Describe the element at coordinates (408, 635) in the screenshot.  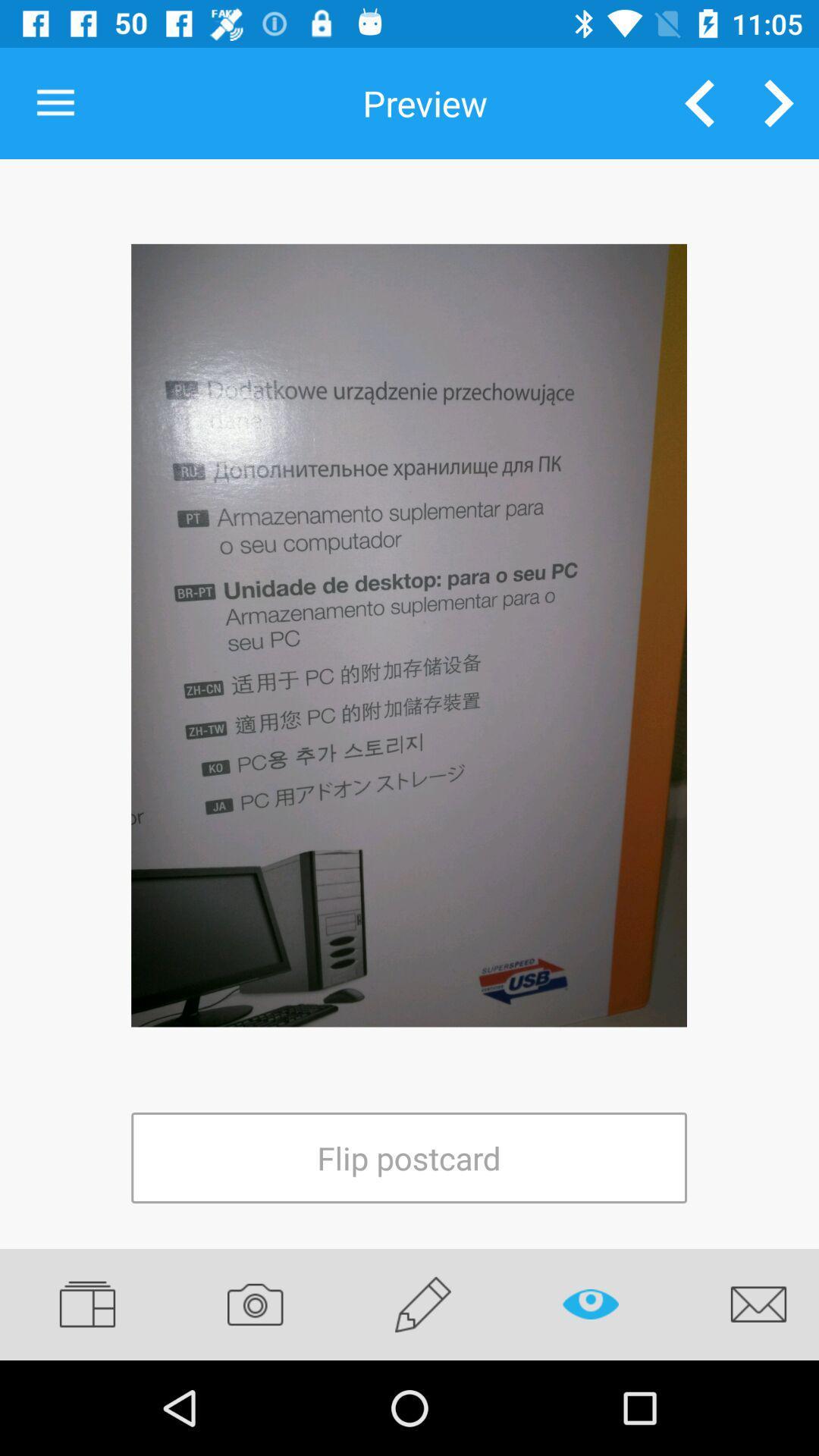
I see `enlarge image` at that location.